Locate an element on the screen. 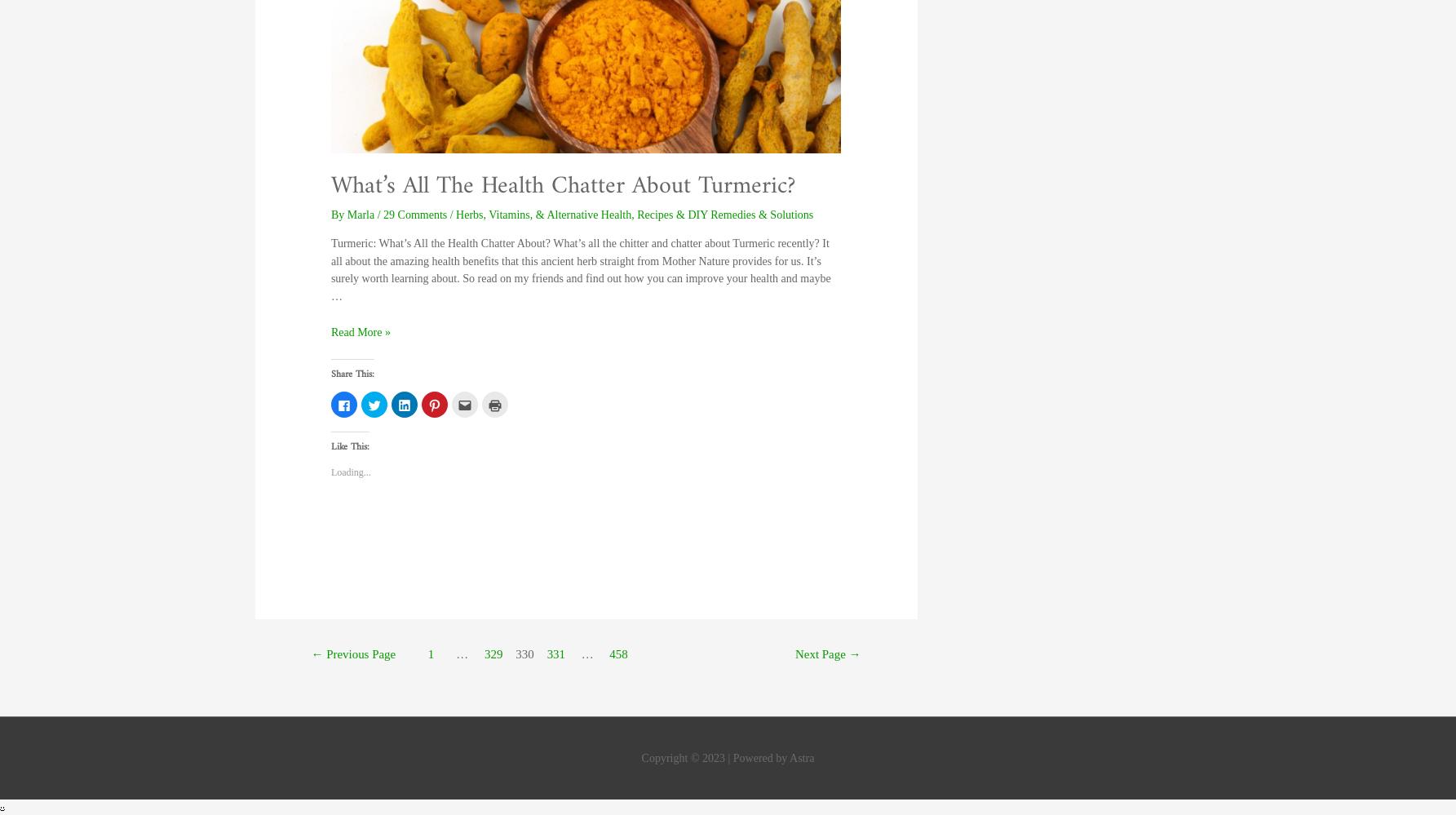 The image size is (1456, 815). 'Turmeric: What’s All the Health Chatter About? What’s all the chitter and chatter about Turmeric recently? It all about the amazing health benefits that this ancient herb straight from Mother Nature provides for us. It’s surely worth learning about. So read on my friends and find out how you can improve your health and maybe …' is located at coordinates (330, 268).